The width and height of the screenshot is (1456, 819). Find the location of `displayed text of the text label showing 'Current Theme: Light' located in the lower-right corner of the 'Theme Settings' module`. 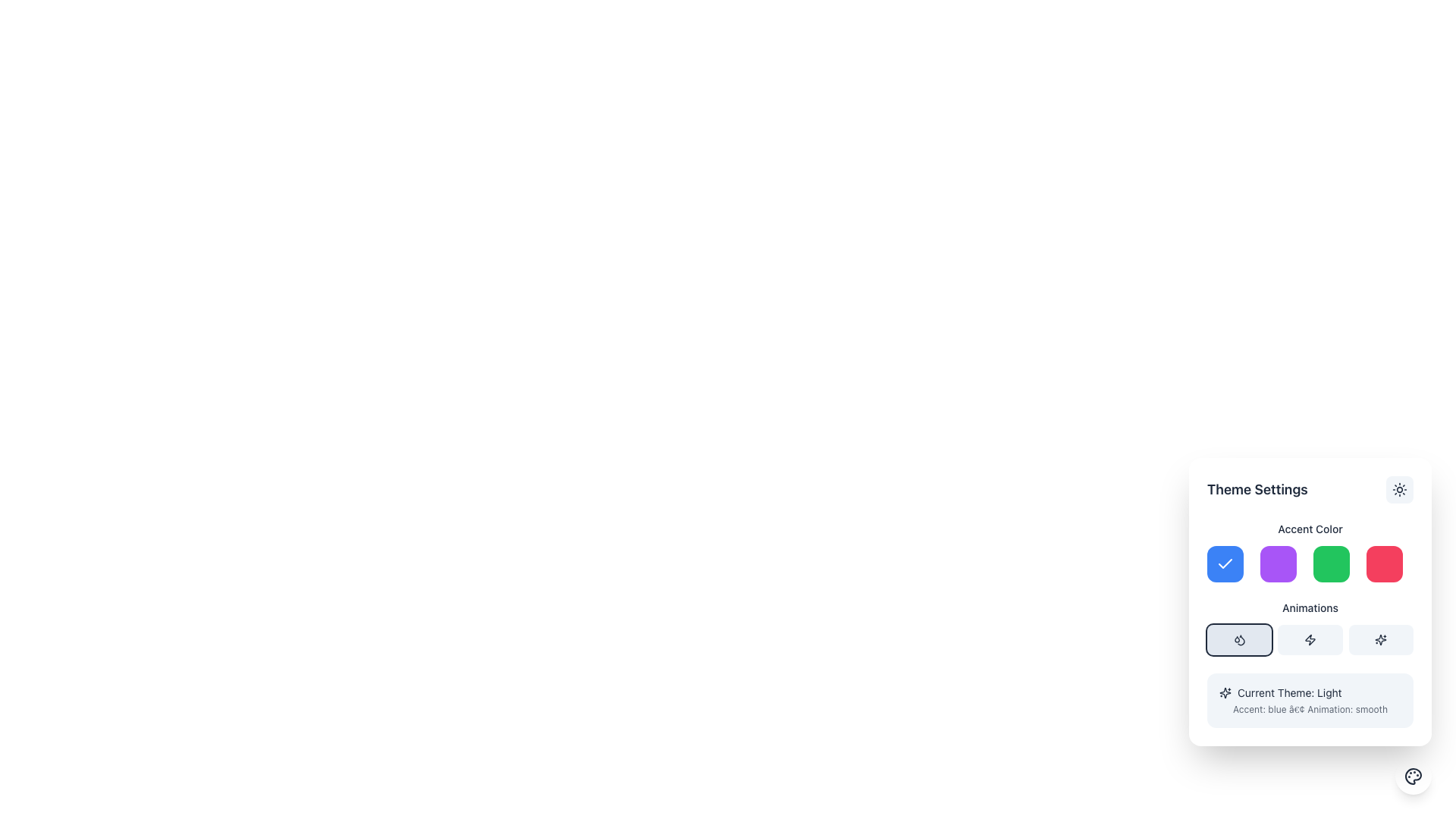

displayed text of the text label showing 'Current Theme: Light' located in the lower-right corner of the 'Theme Settings' module is located at coordinates (1288, 693).